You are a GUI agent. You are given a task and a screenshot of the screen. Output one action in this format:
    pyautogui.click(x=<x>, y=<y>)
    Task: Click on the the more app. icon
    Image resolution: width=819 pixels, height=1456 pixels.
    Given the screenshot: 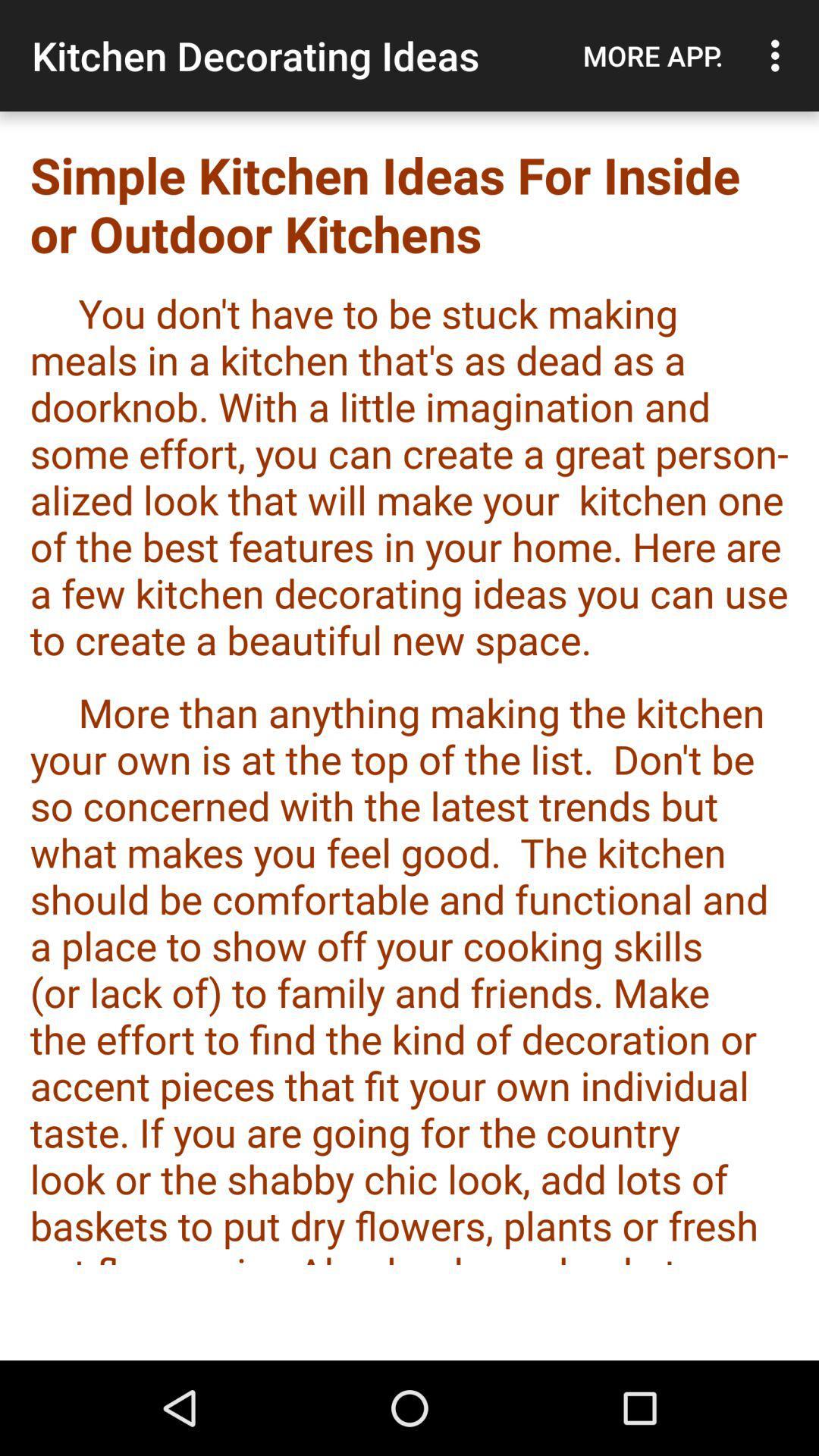 What is the action you would take?
    pyautogui.click(x=652, y=55)
    